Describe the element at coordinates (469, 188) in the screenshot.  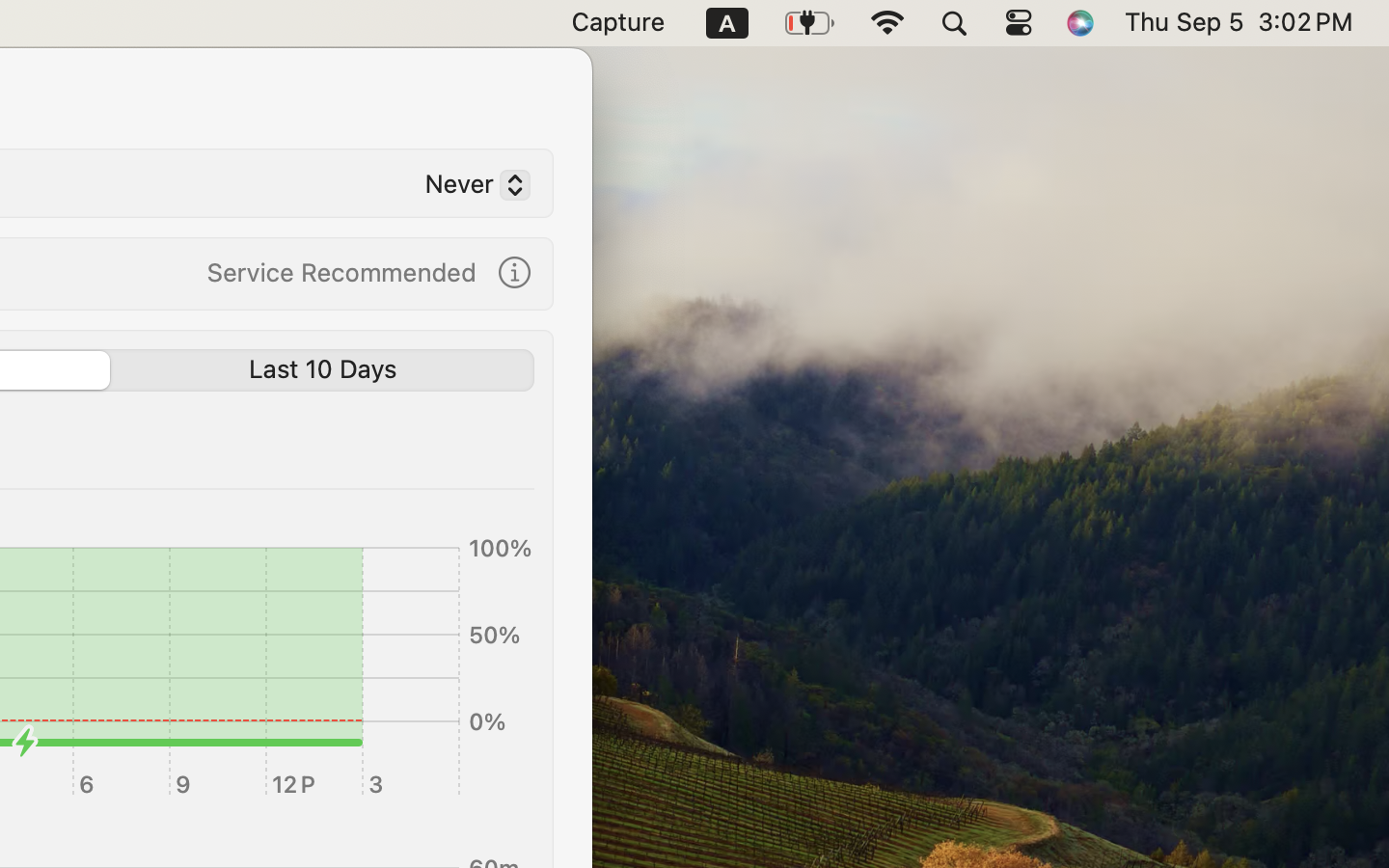
I see `'Never'` at that location.